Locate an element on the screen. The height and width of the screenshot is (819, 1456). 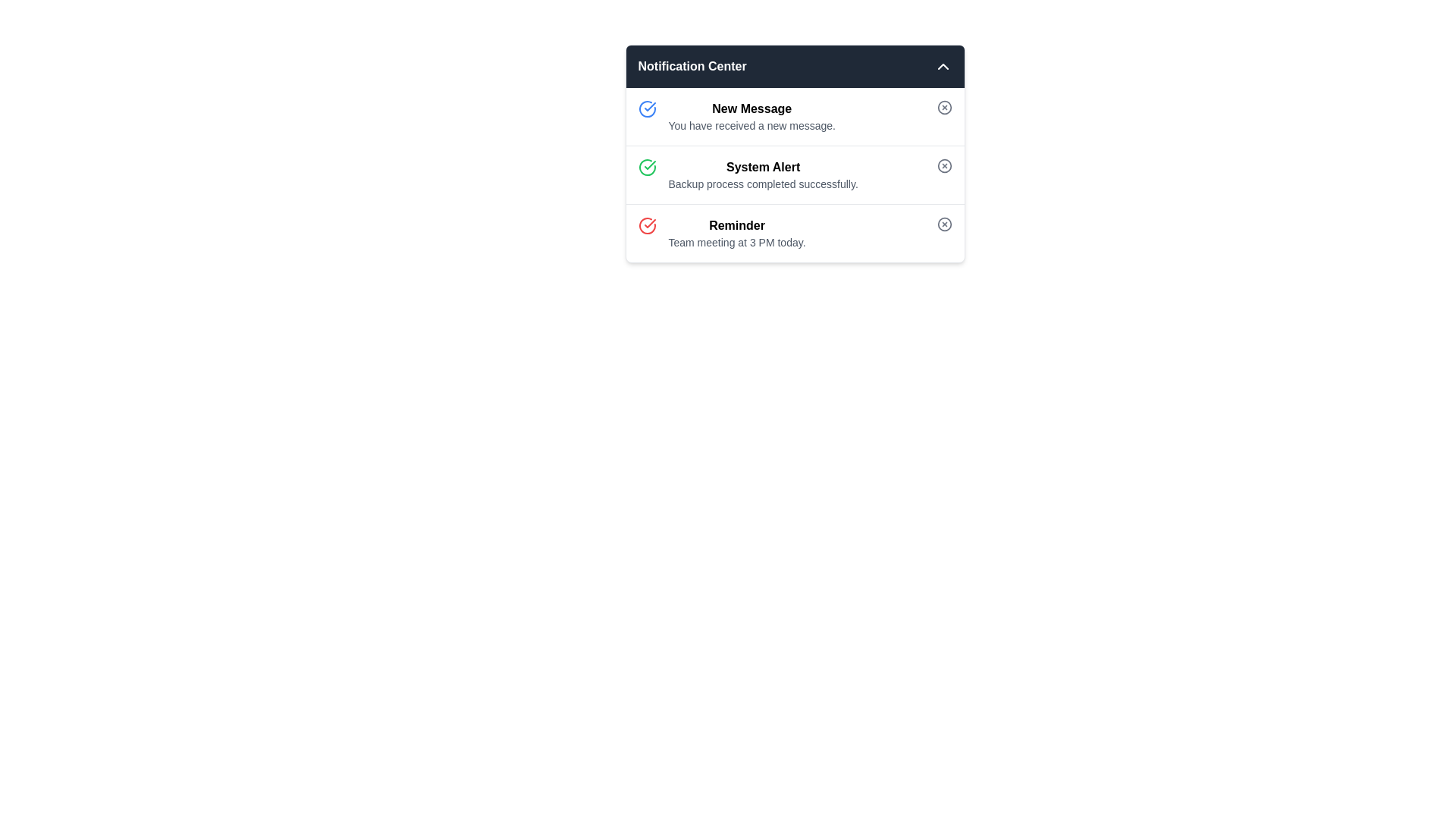
the bold black text 'Reminder' is located at coordinates (737, 225).